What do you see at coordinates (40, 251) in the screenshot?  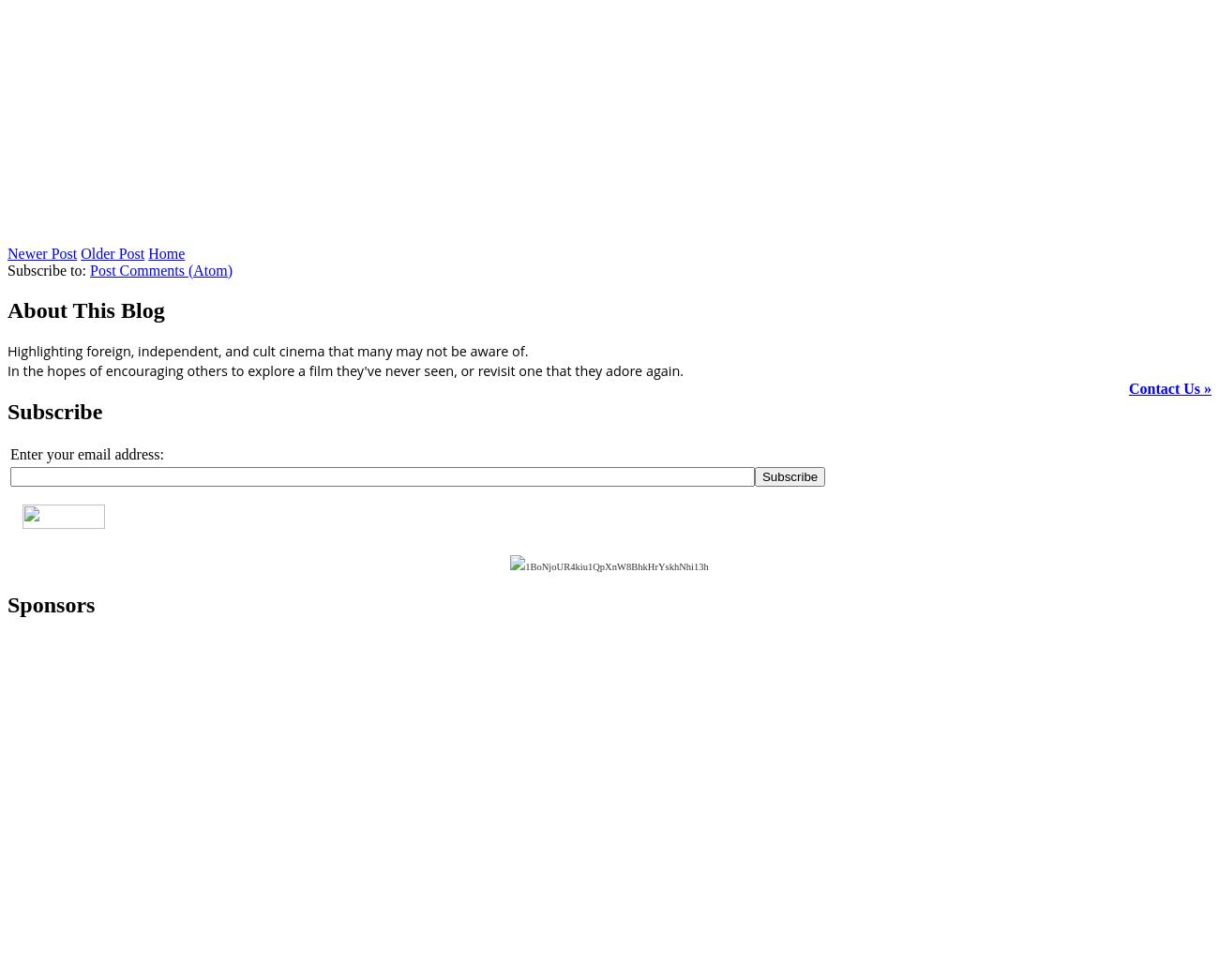 I see `'Newer Post'` at bounding box center [40, 251].